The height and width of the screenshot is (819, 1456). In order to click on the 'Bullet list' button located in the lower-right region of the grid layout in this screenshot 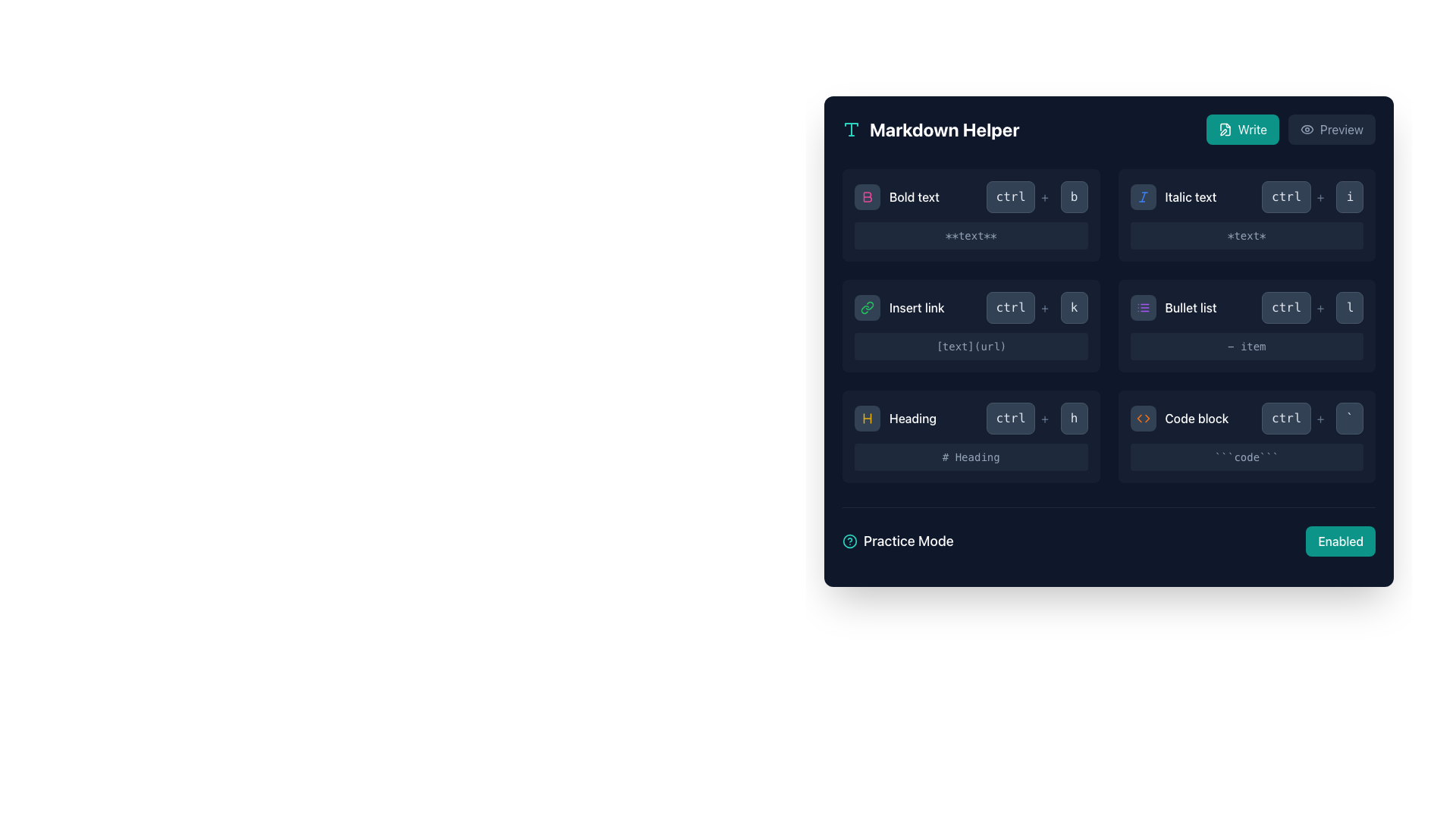, I will do `click(1190, 307)`.